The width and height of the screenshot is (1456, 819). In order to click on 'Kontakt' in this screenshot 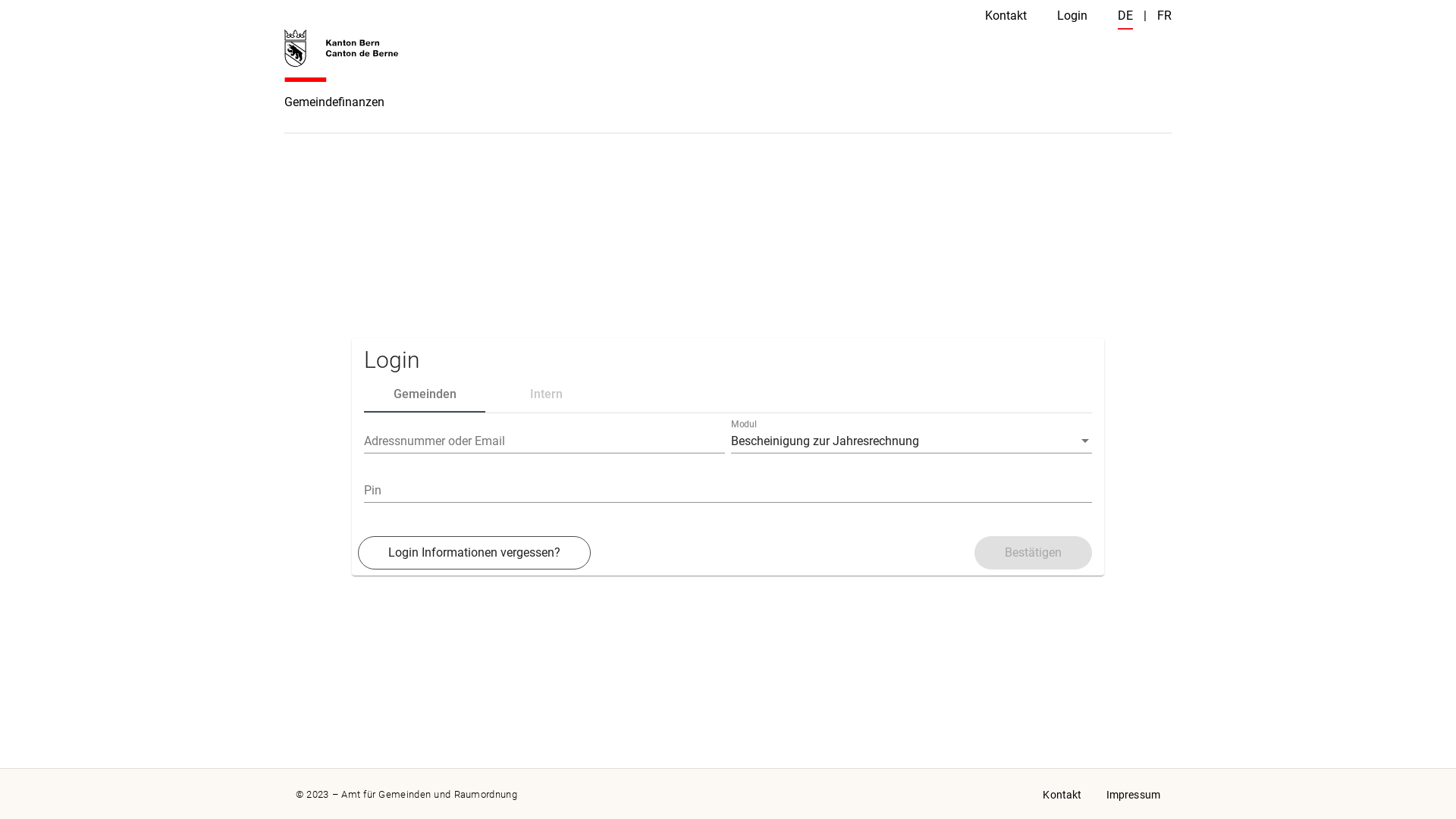, I will do `click(1006, 15)`.